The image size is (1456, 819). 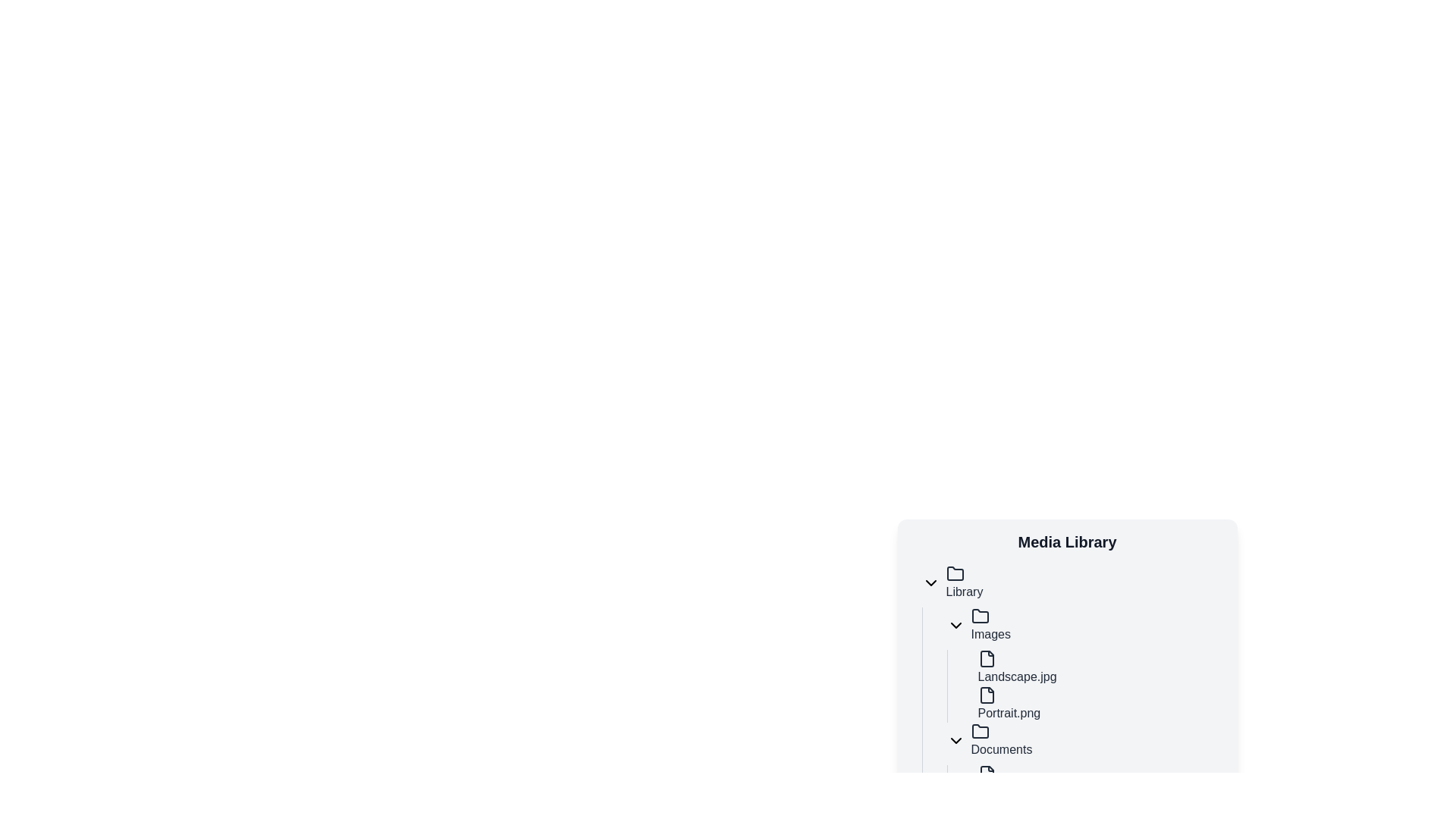 I want to click on the small file icon representing the document 'Landscape.jpg', so click(x=987, y=657).